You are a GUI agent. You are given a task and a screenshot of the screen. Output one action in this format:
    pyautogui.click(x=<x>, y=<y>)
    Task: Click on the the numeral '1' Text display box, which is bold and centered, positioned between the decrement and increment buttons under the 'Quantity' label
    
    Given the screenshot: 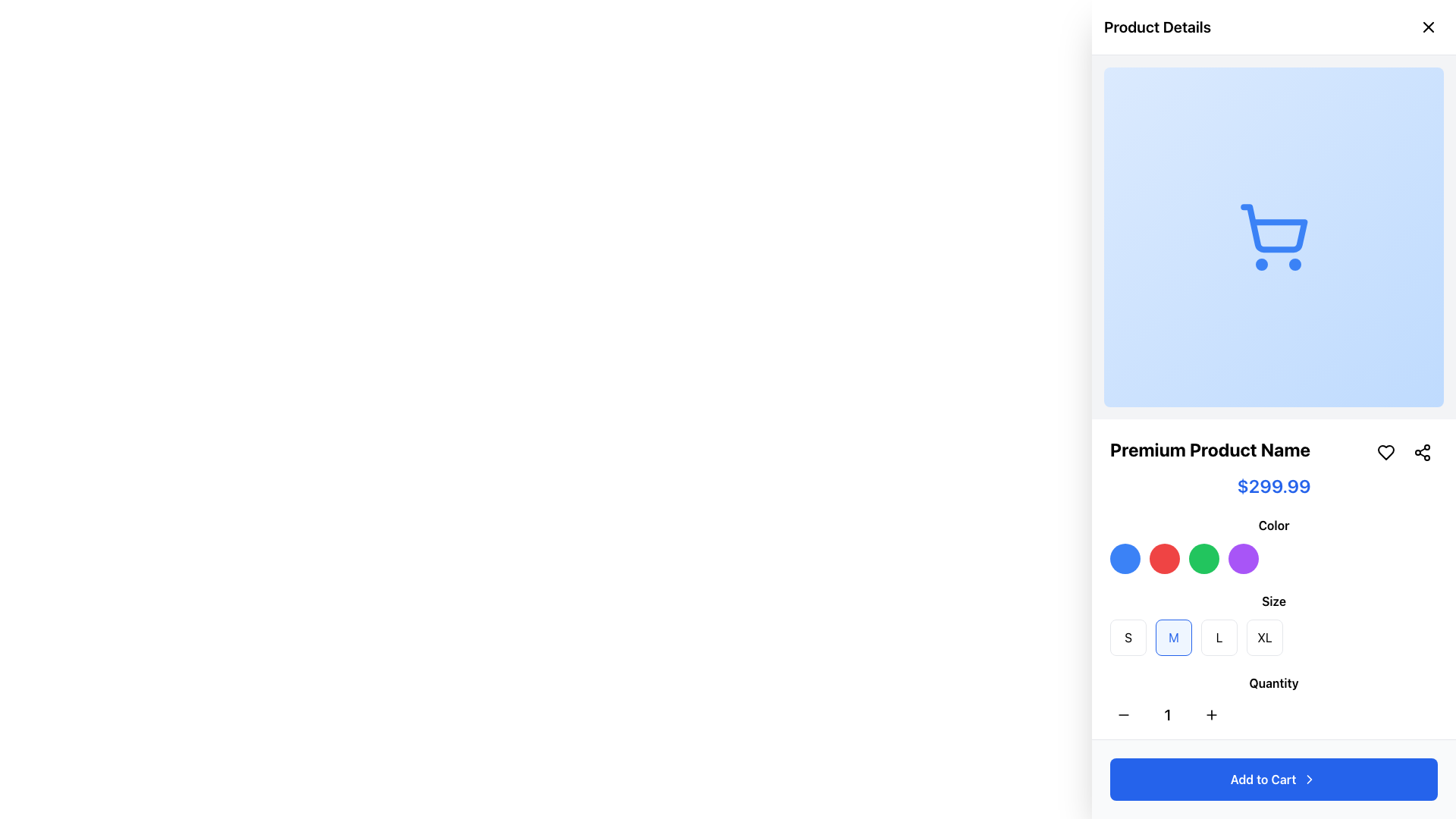 What is the action you would take?
    pyautogui.click(x=1167, y=714)
    